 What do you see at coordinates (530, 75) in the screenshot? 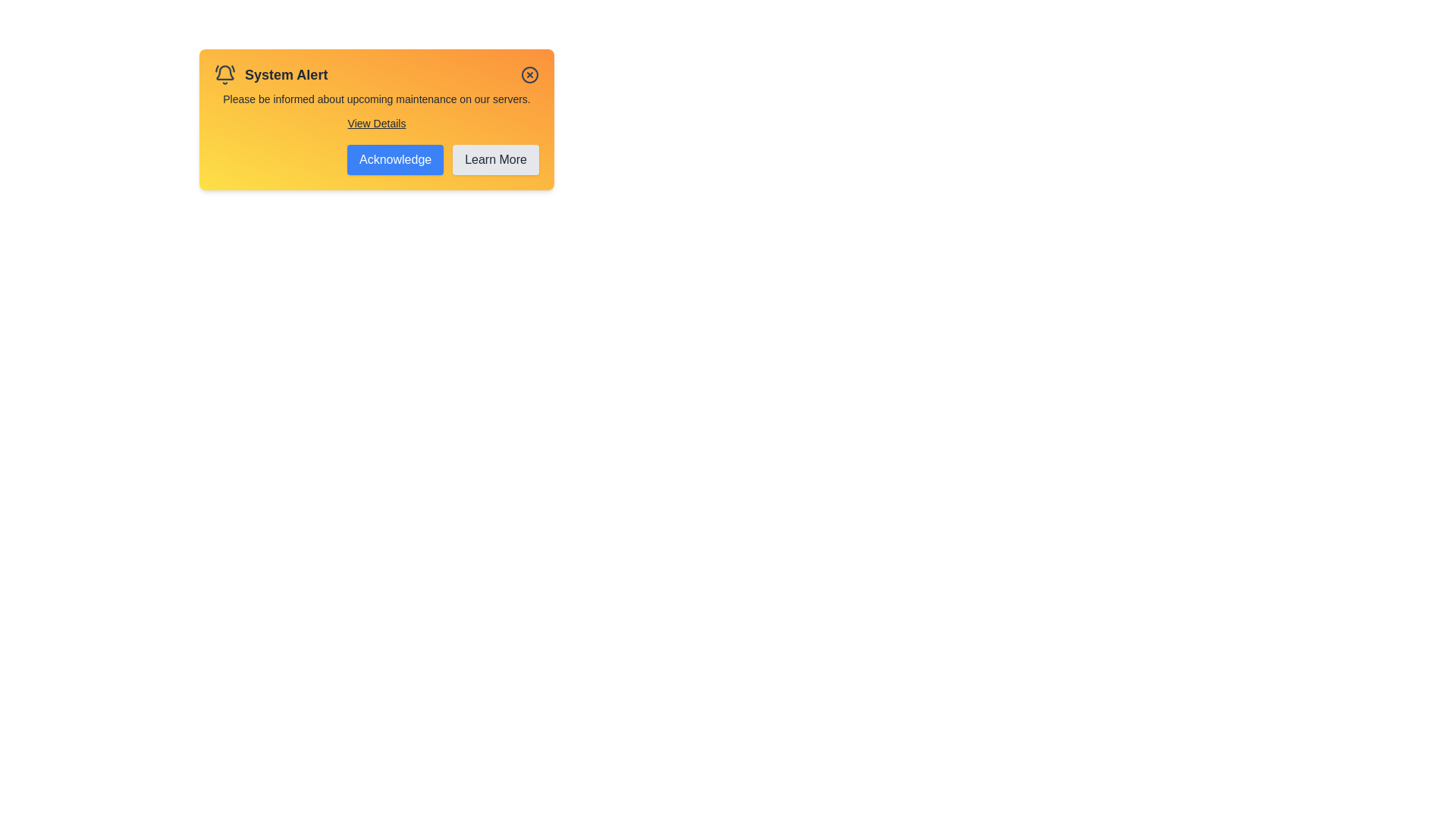
I see `the close button to dismiss the notification card` at bounding box center [530, 75].